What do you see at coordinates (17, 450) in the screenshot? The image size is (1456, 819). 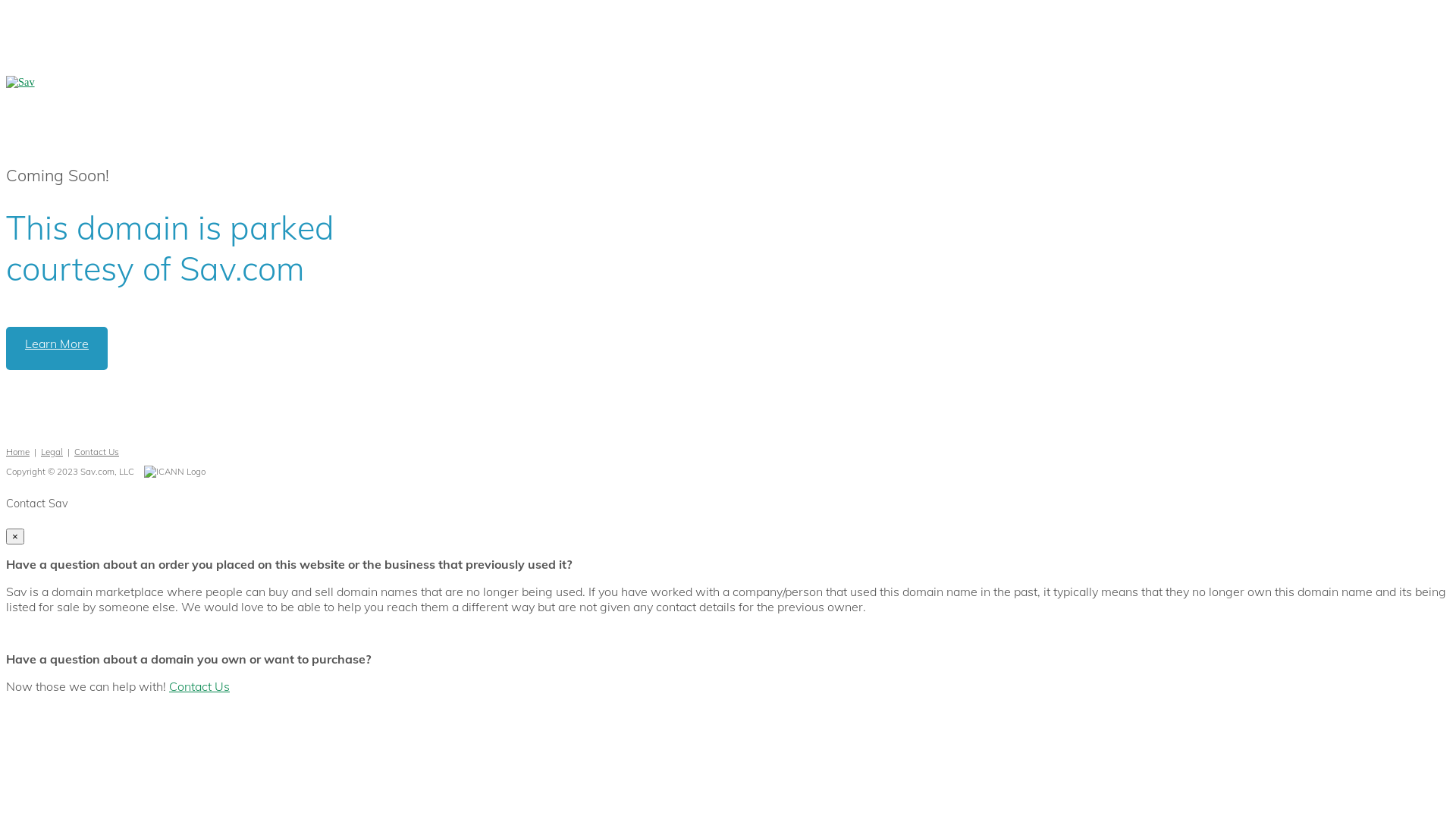 I see `'Home'` at bounding box center [17, 450].